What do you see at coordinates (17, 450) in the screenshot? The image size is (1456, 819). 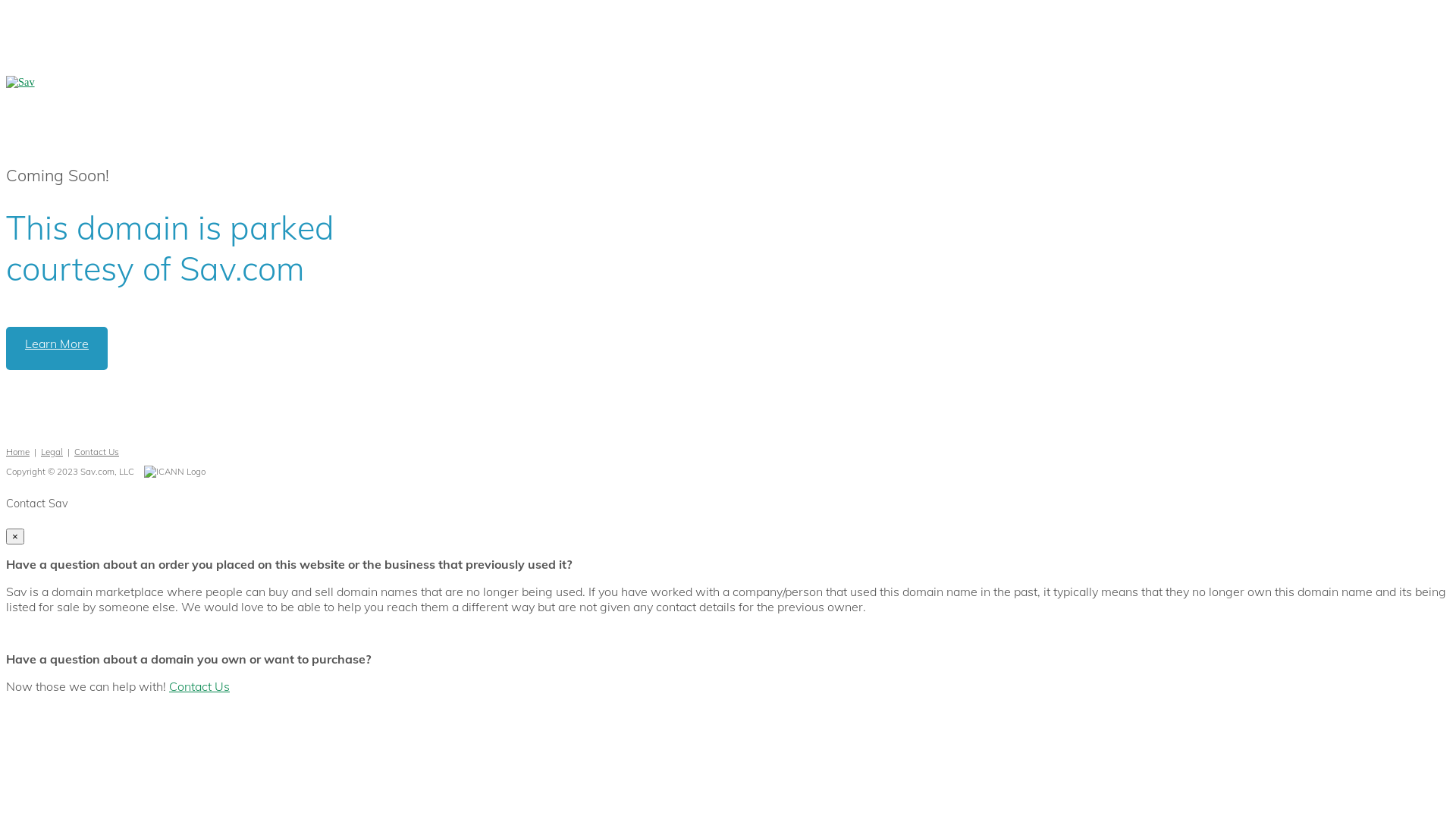 I see `'Home'` at bounding box center [17, 450].